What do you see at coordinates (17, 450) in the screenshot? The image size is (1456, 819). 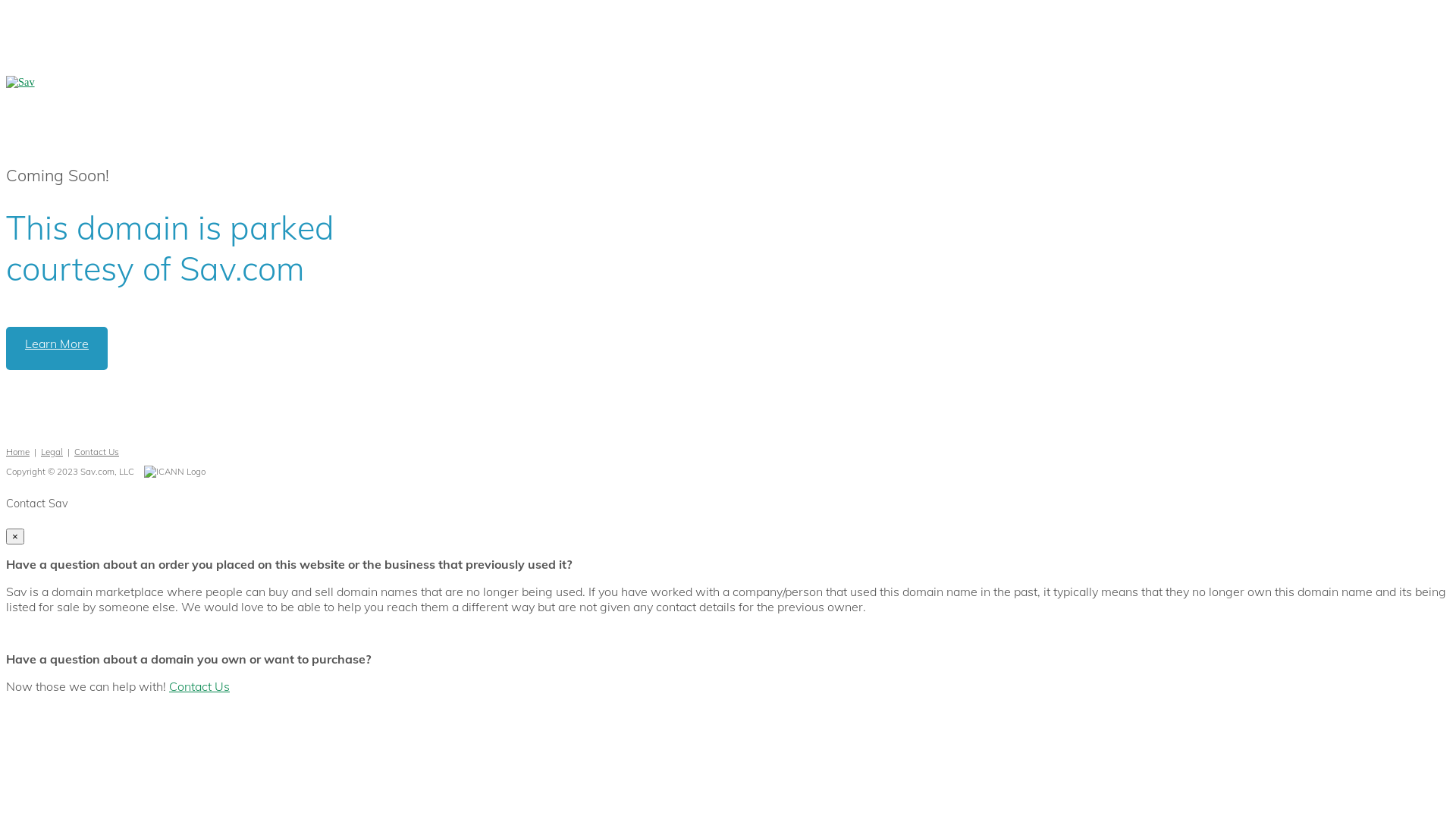 I see `'Home'` at bounding box center [17, 450].